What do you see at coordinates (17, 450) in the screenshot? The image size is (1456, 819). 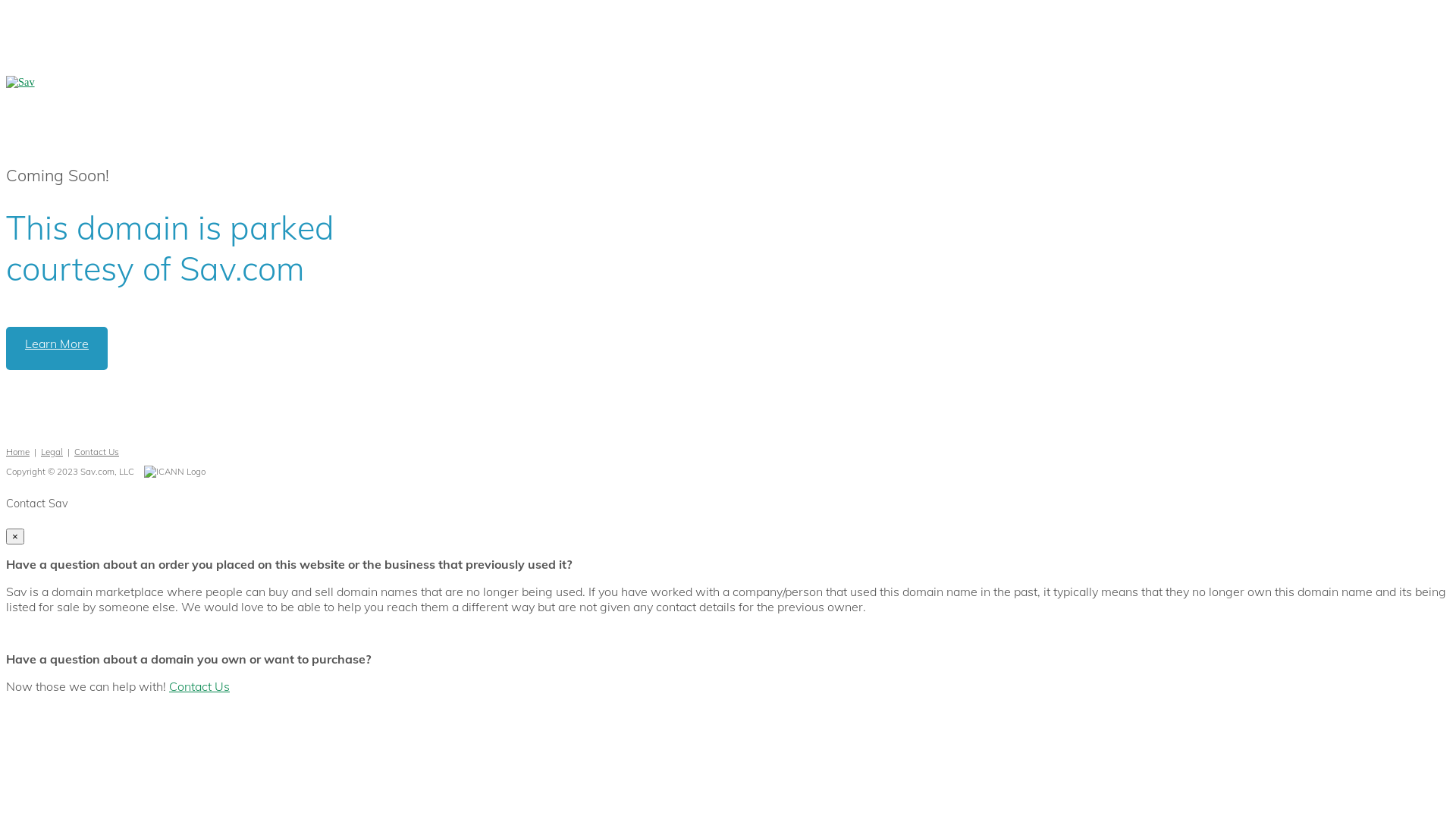 I see `'Home'` at bounding box center [17, 450].